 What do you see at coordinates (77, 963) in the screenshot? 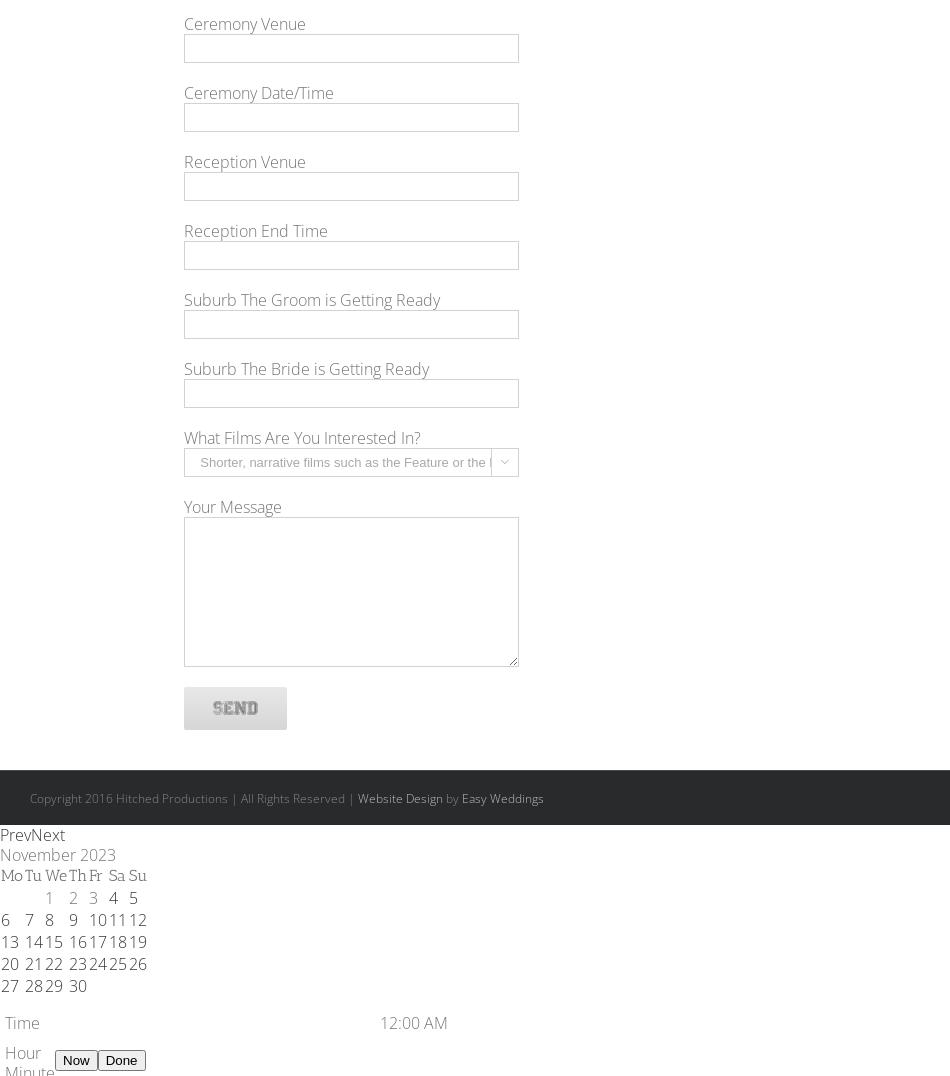
I see `'23'` at bounding box center [77, 963].